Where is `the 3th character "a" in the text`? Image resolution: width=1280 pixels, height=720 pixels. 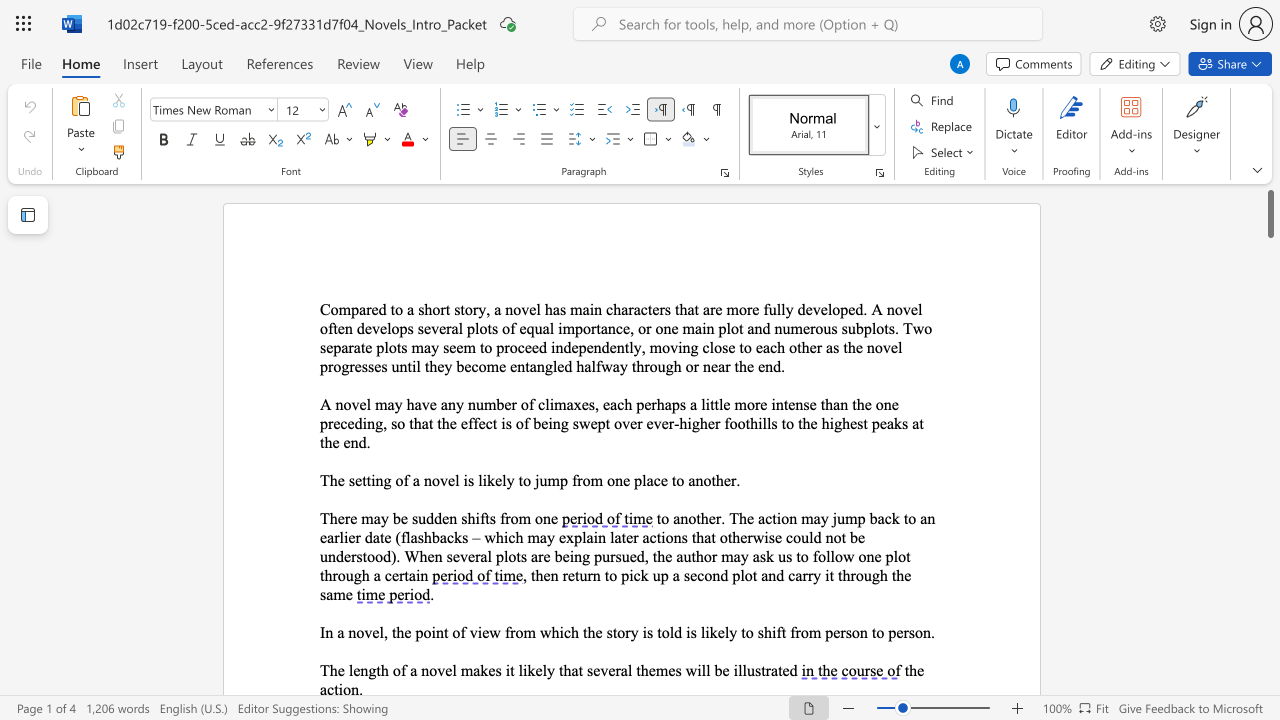 the 3th character "a" in the text is located at coordinates (533, 366).